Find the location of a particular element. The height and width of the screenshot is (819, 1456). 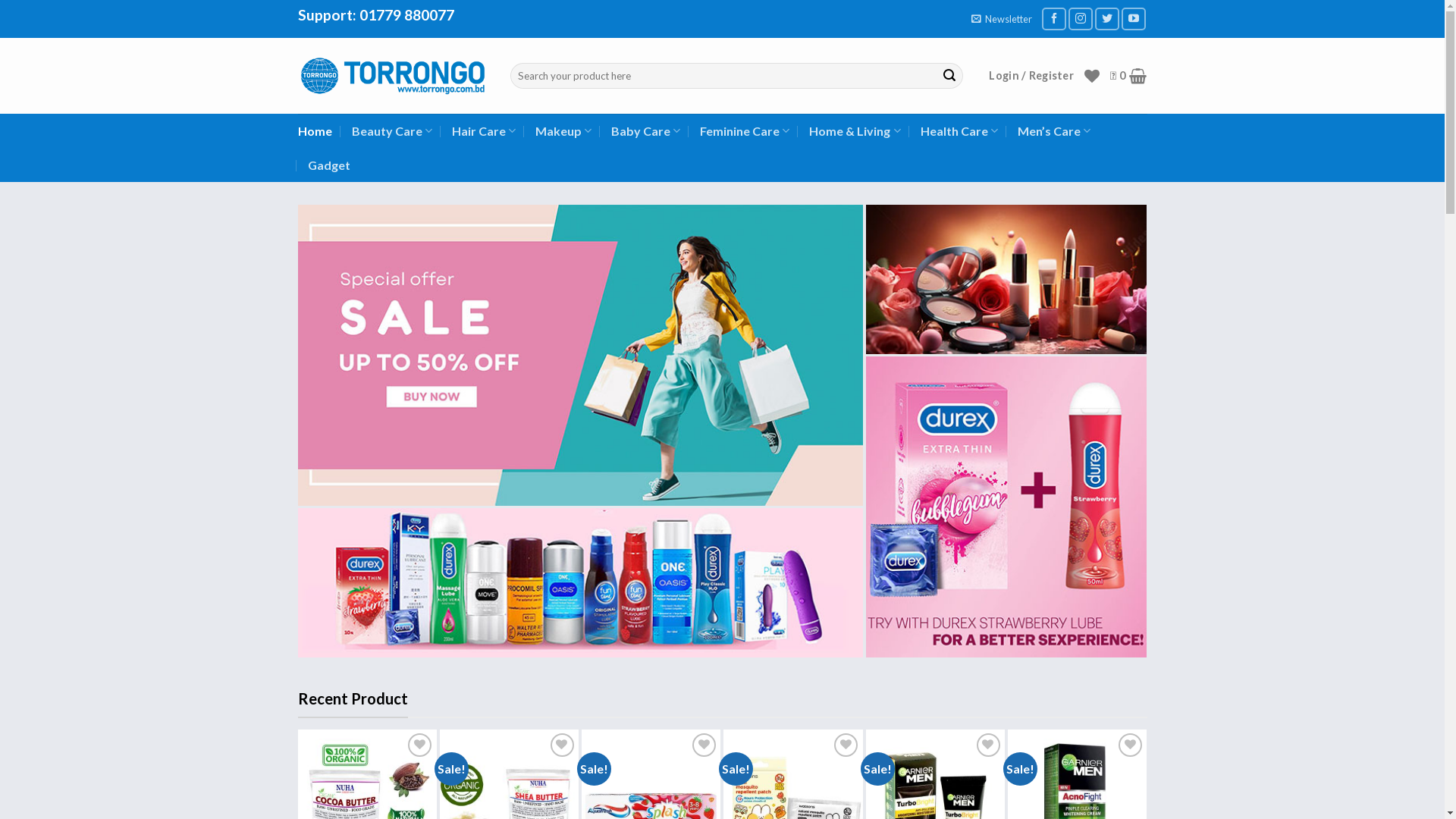

'Health Care' is located at coordinates (959, 130).